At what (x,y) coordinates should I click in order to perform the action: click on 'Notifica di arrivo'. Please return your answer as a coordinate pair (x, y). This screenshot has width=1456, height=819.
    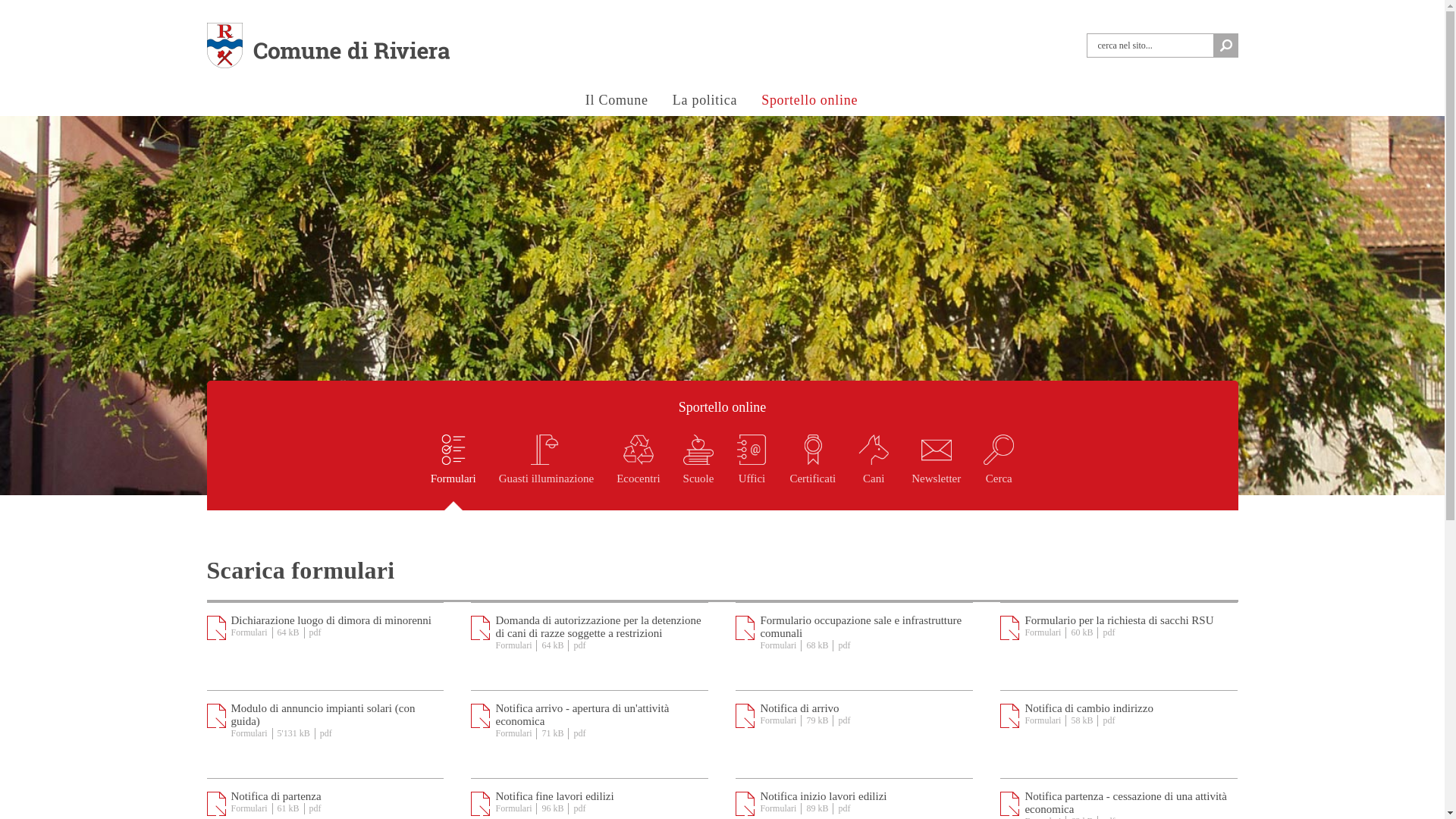
    Looking at the image, I should click on (799, 708).